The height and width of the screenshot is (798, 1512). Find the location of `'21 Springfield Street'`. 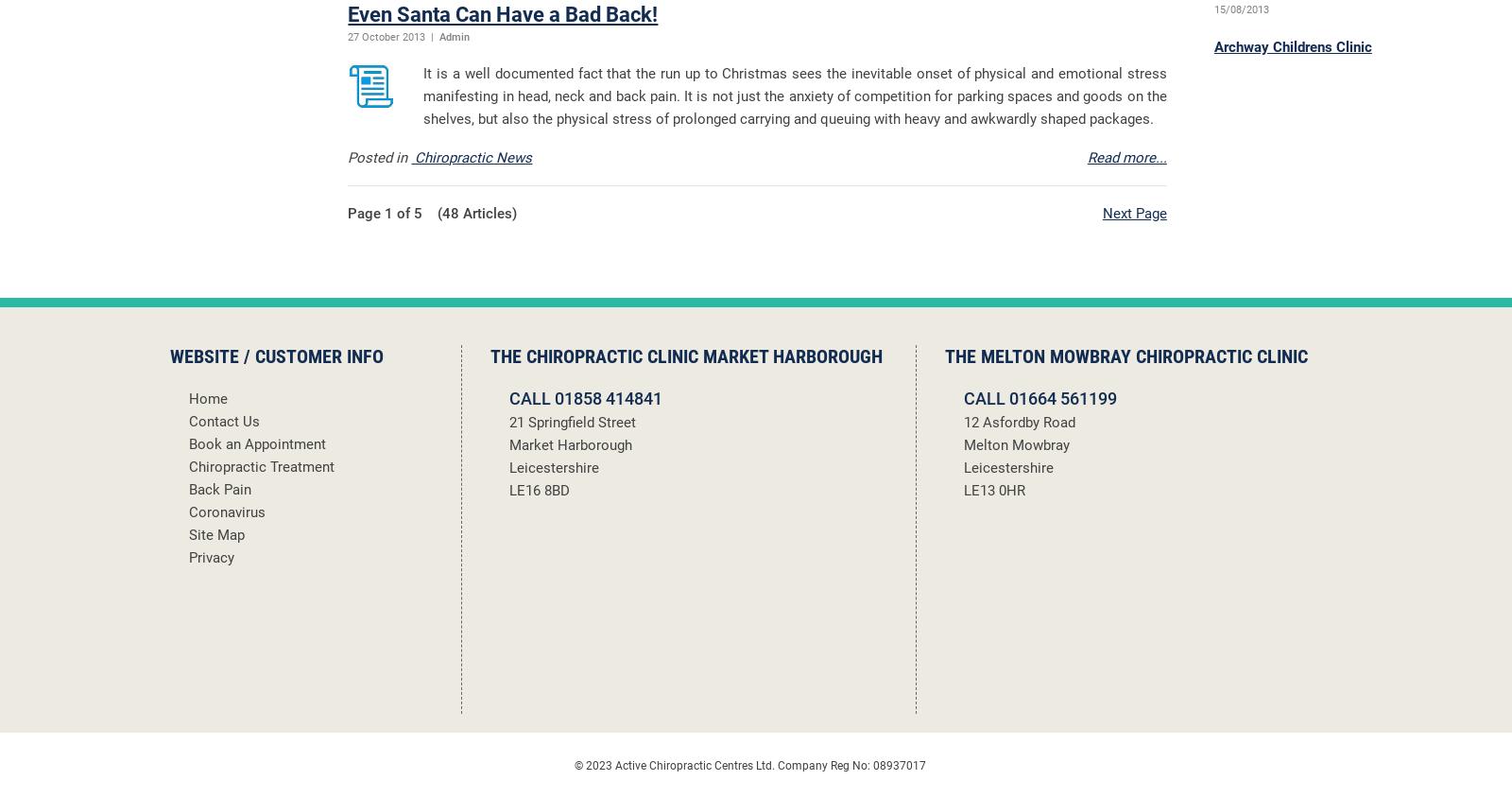

'21 Springfield Street' is located at coordinates (573, 420).